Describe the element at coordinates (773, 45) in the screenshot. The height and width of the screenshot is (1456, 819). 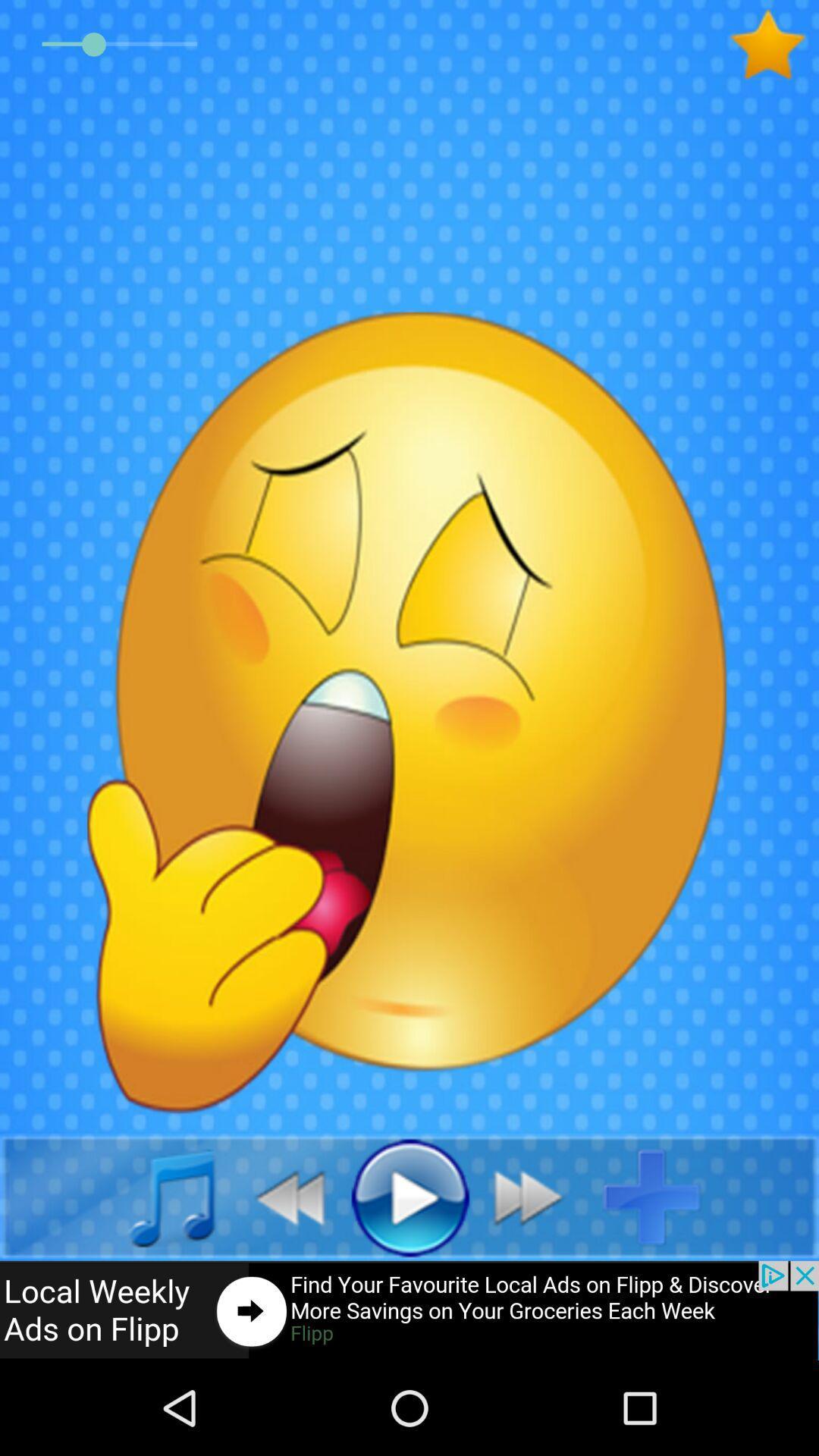
I see `to favorite` at that location.